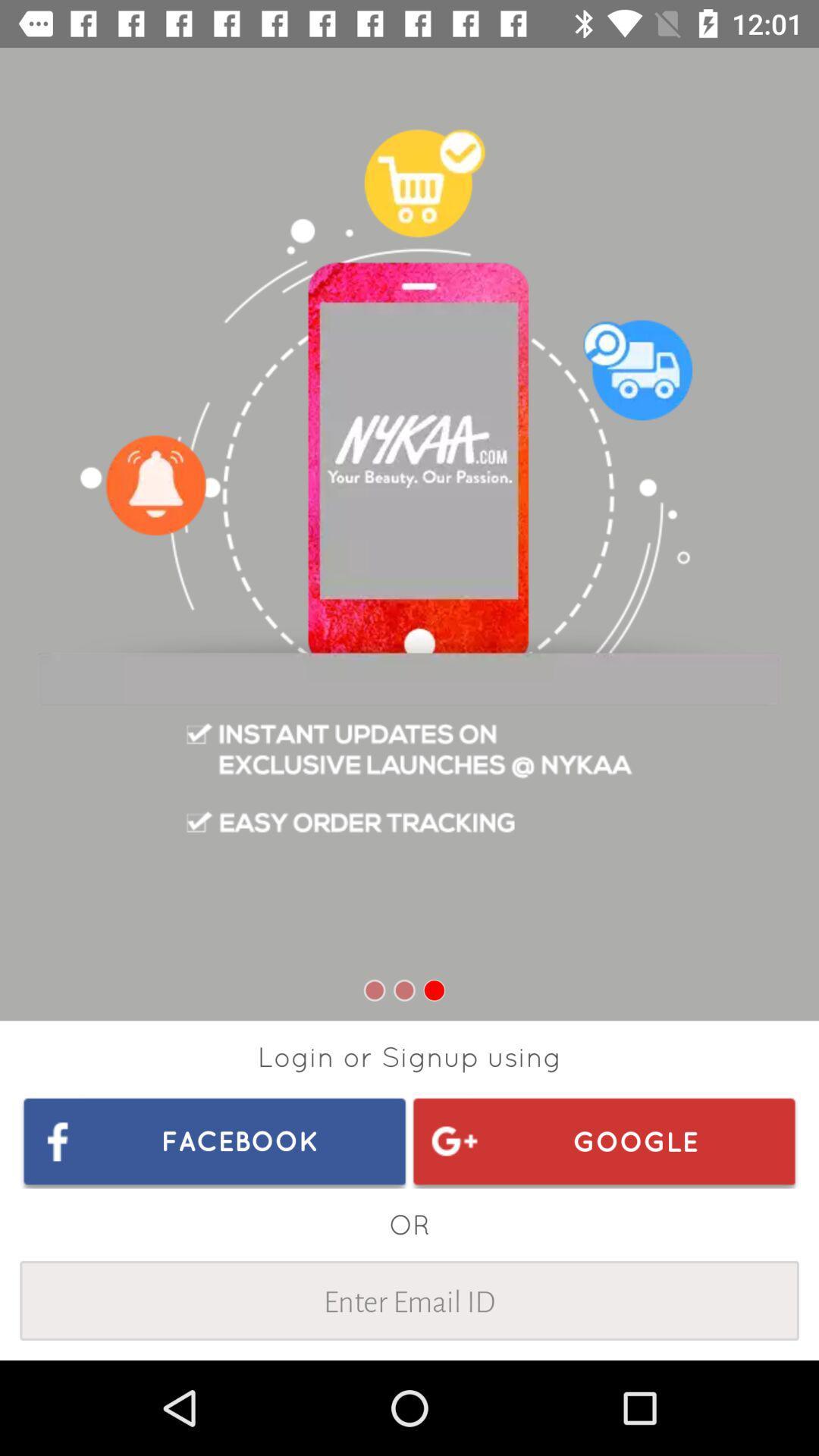 The height and width of the screenshot is (1456, 819). I want to click on the icon at the bottom right corner, so click(603, 1141).